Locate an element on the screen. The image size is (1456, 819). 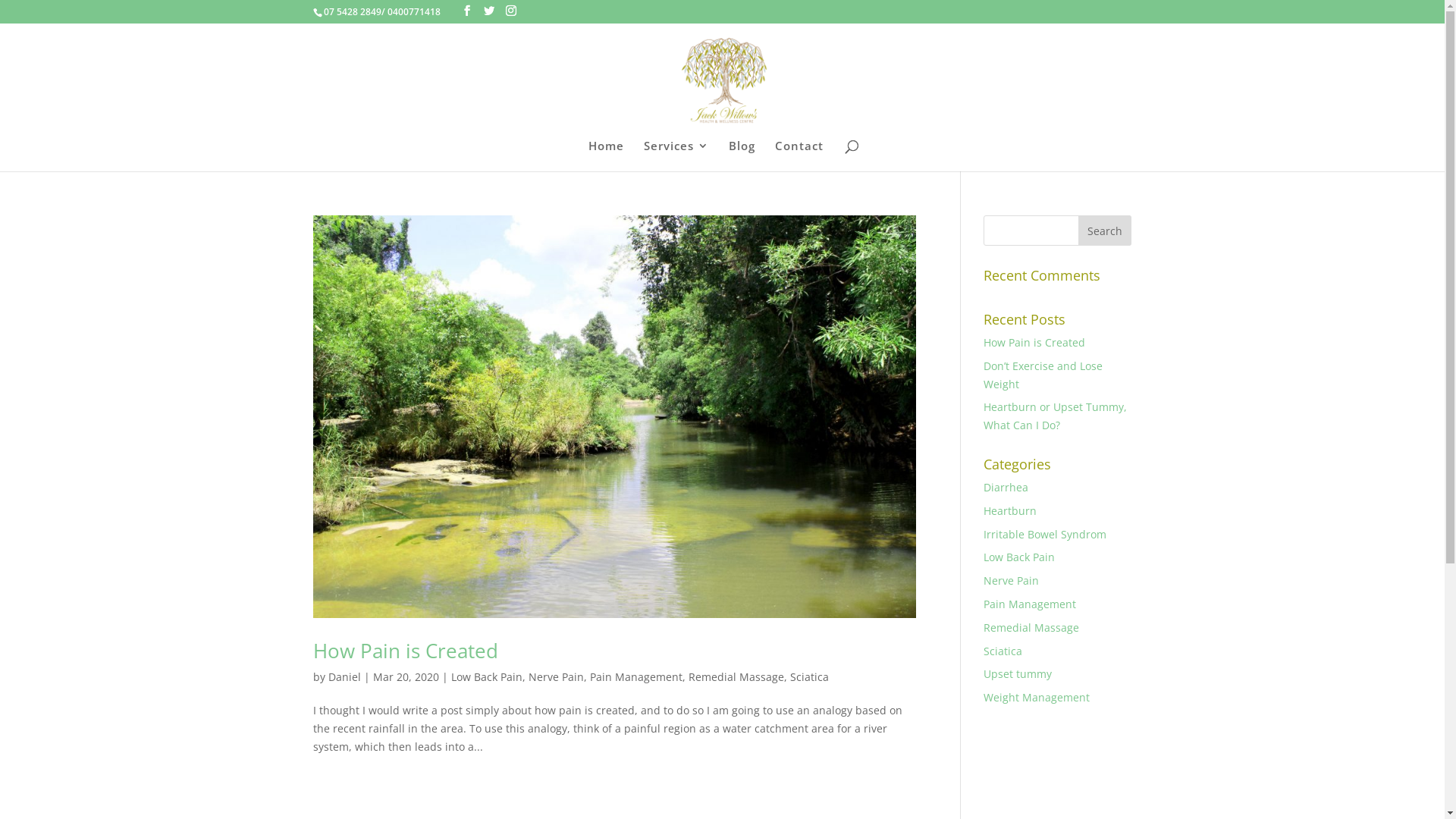
'Heartburn or Upset Tummy, What Can I Do?' is located at coordinates (1054, 416).